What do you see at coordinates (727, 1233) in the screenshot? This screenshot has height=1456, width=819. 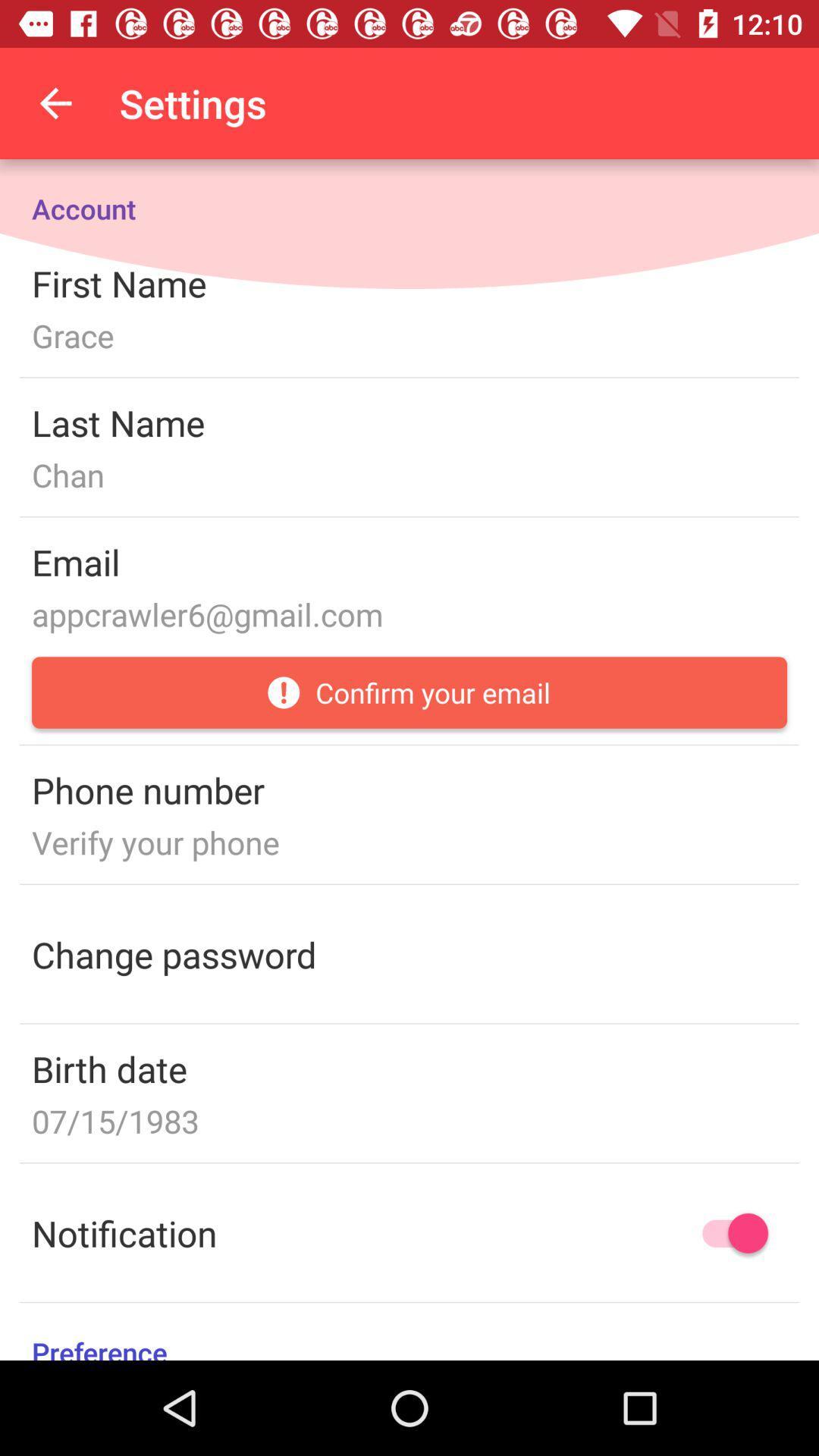 I see `the item to the right of the notification item` at bounding box center [727, 1233].